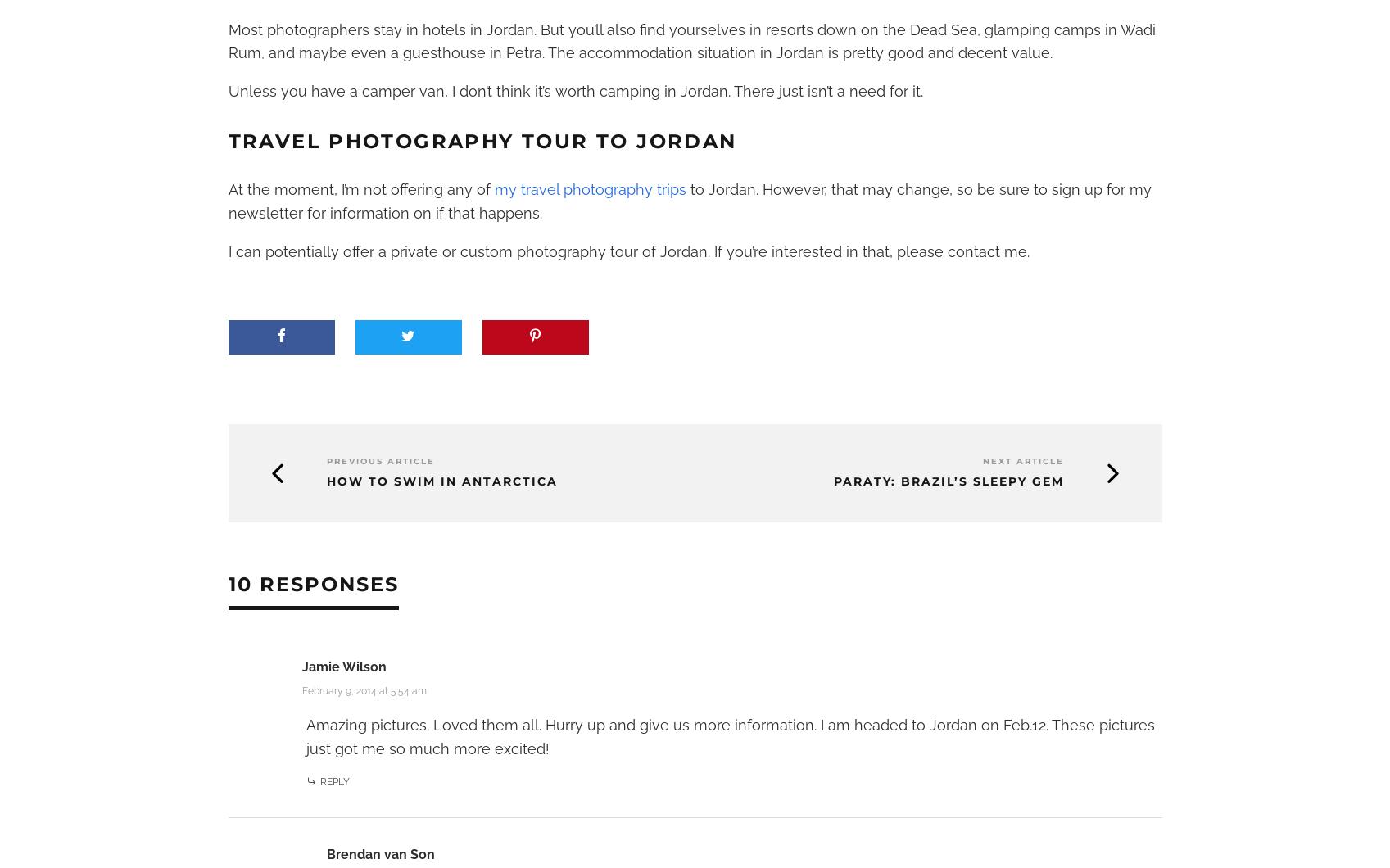 Image resolution: width=1390 pixels, height=868 pixels. What do you see at coordinates (362, 690) in the screenshot?
I see `'February 9, 2014 at 5:54 am'` at bounding box center [362, 690].